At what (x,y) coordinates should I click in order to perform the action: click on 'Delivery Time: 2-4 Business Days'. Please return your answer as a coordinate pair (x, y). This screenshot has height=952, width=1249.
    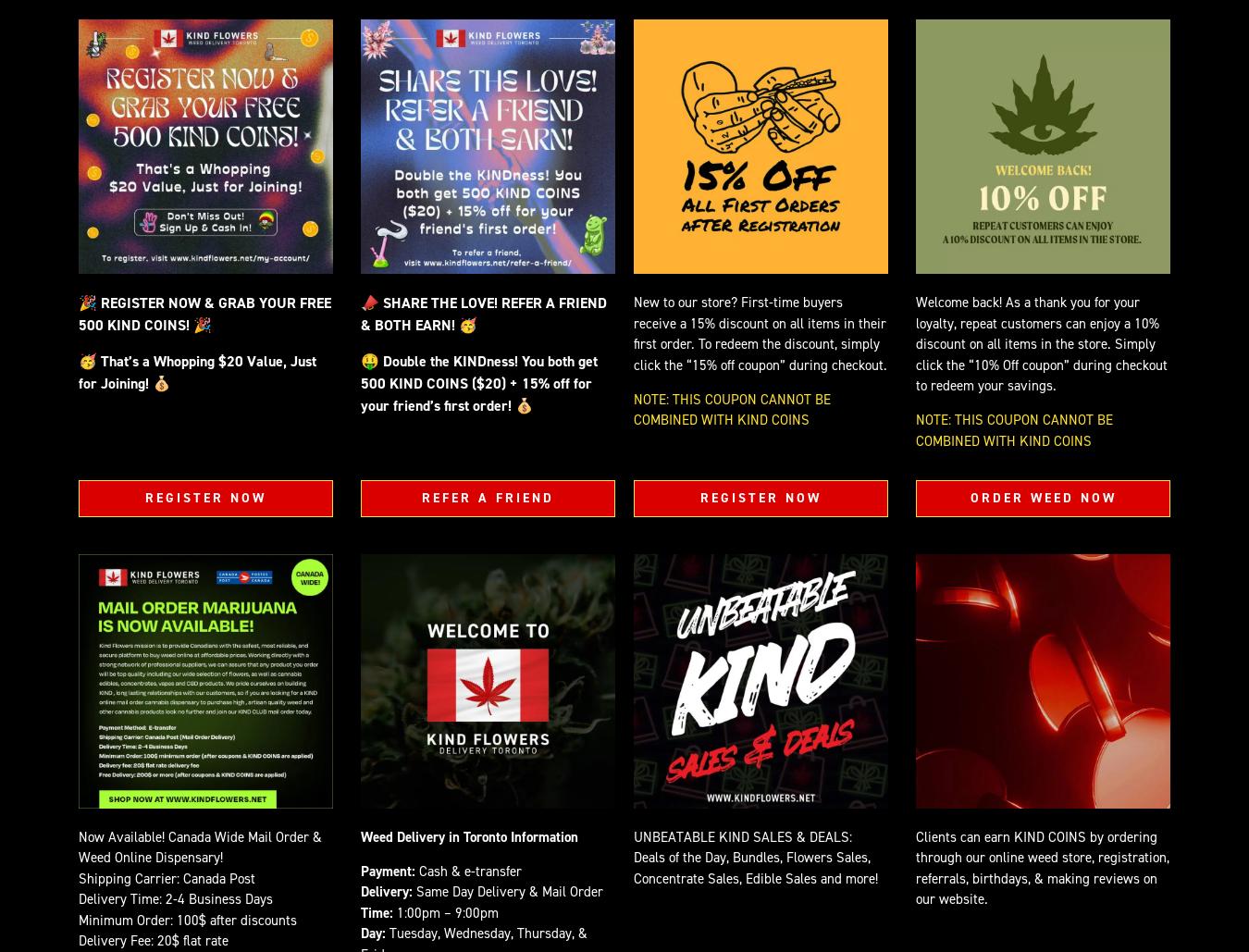
    Looking at the image, I should click on (175, 897).